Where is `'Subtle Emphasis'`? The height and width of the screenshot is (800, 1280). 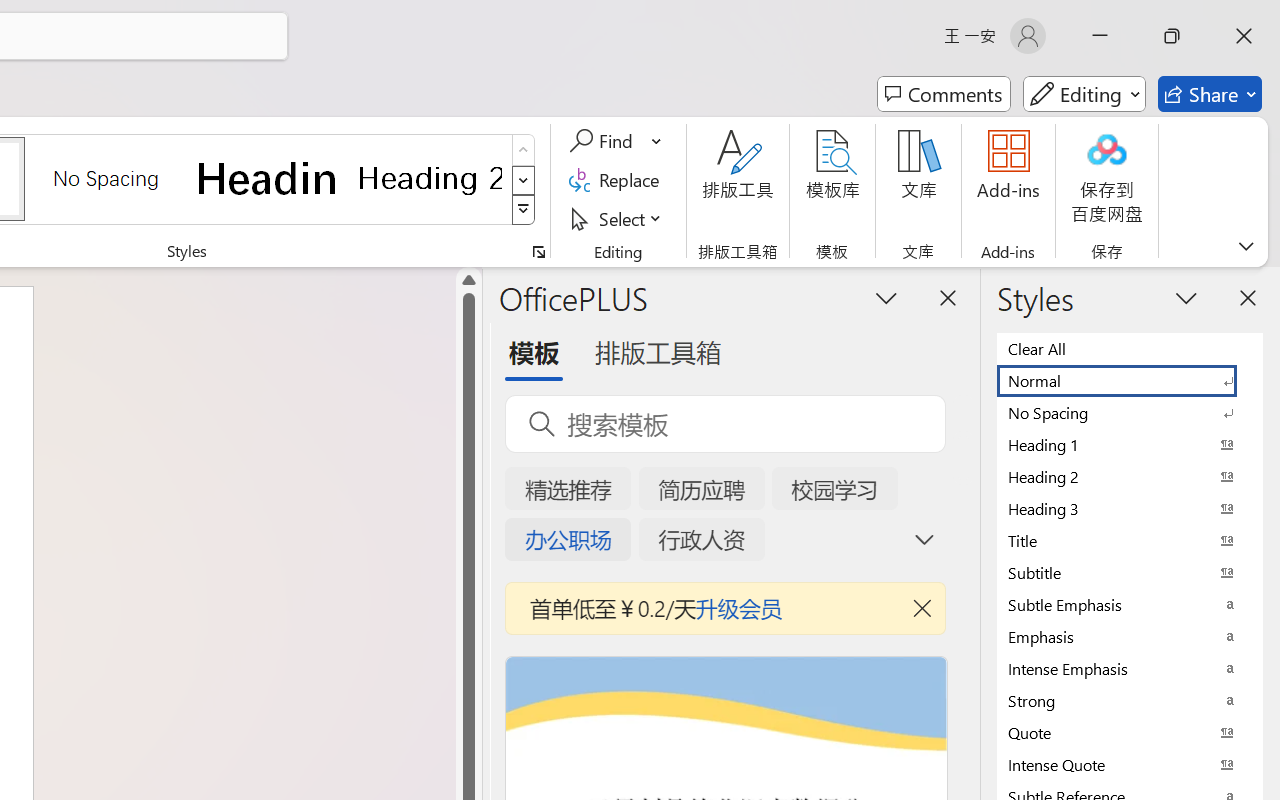
'Subtle Emphasis' is located at coordinates (1130, 604).